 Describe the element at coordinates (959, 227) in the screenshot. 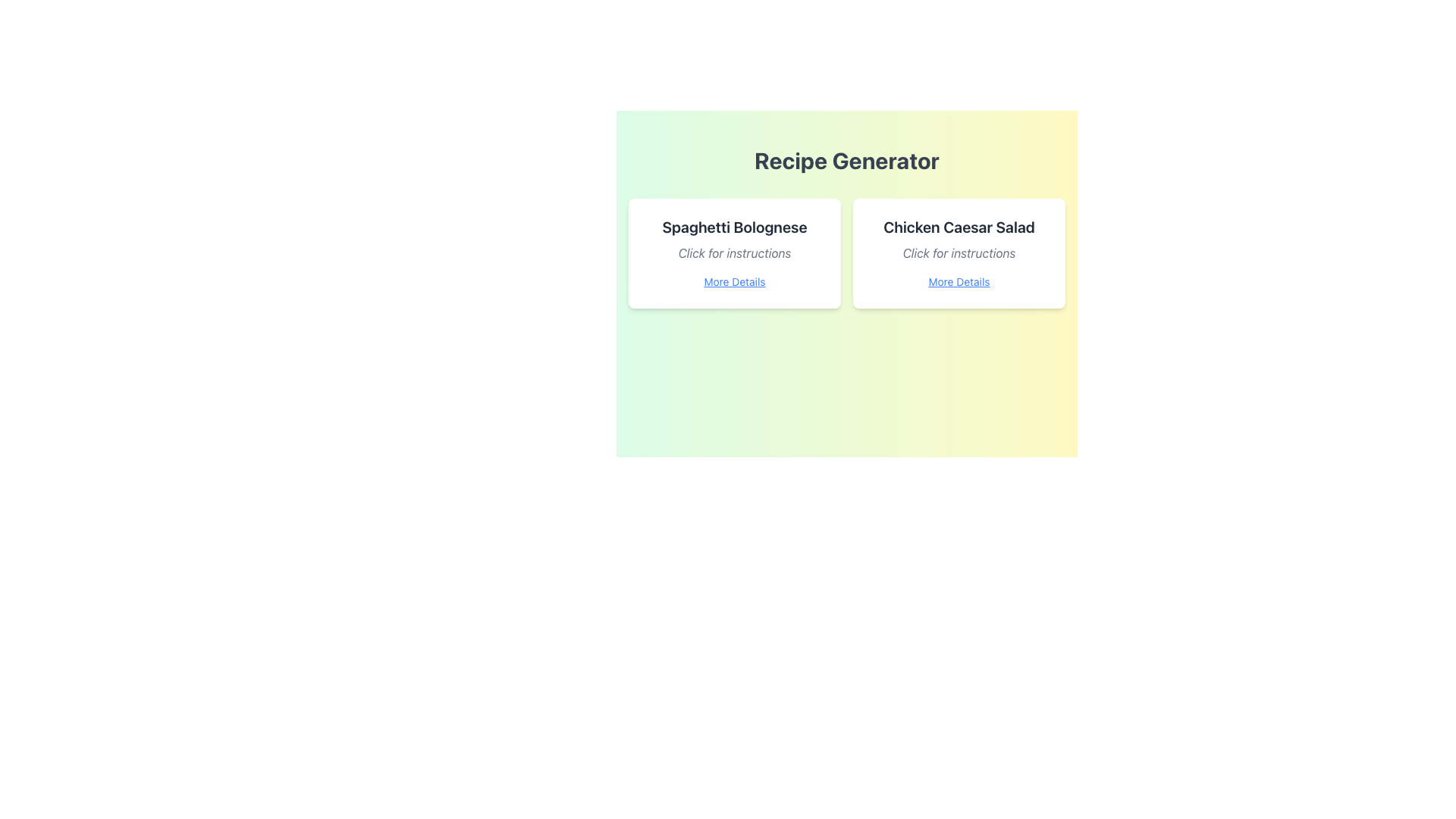

I see `the text label displaying 'Chicken Caesar Salad', which is styled in bold typography and is located at the top of the right recipe card` at that location.